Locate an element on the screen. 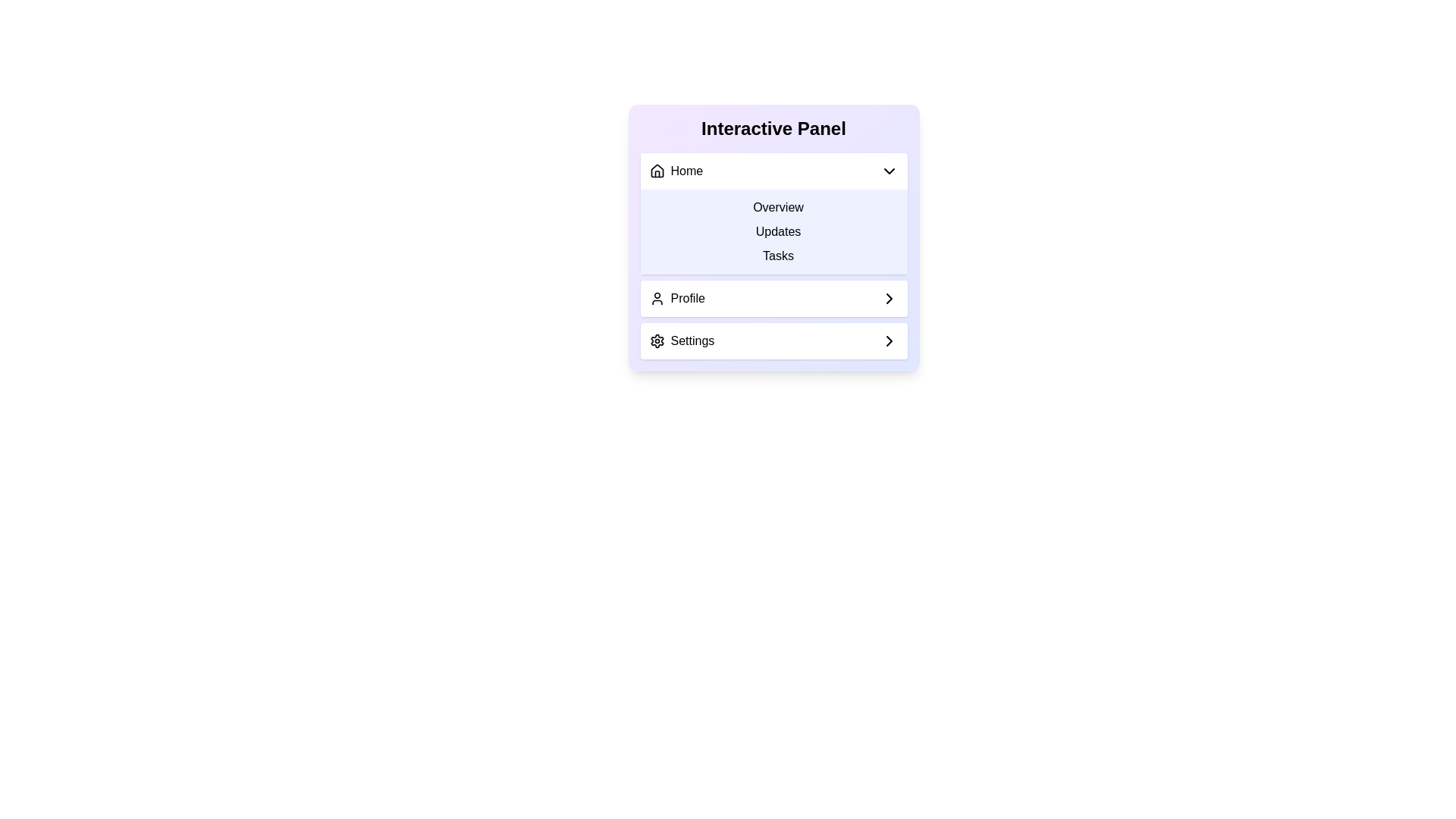 The image size is (1456, 819). on the 'Overview' text-based menu item, which is the first item in the vertical list of the 'Interactive Panel' interface is located at coordinates (778, 207).